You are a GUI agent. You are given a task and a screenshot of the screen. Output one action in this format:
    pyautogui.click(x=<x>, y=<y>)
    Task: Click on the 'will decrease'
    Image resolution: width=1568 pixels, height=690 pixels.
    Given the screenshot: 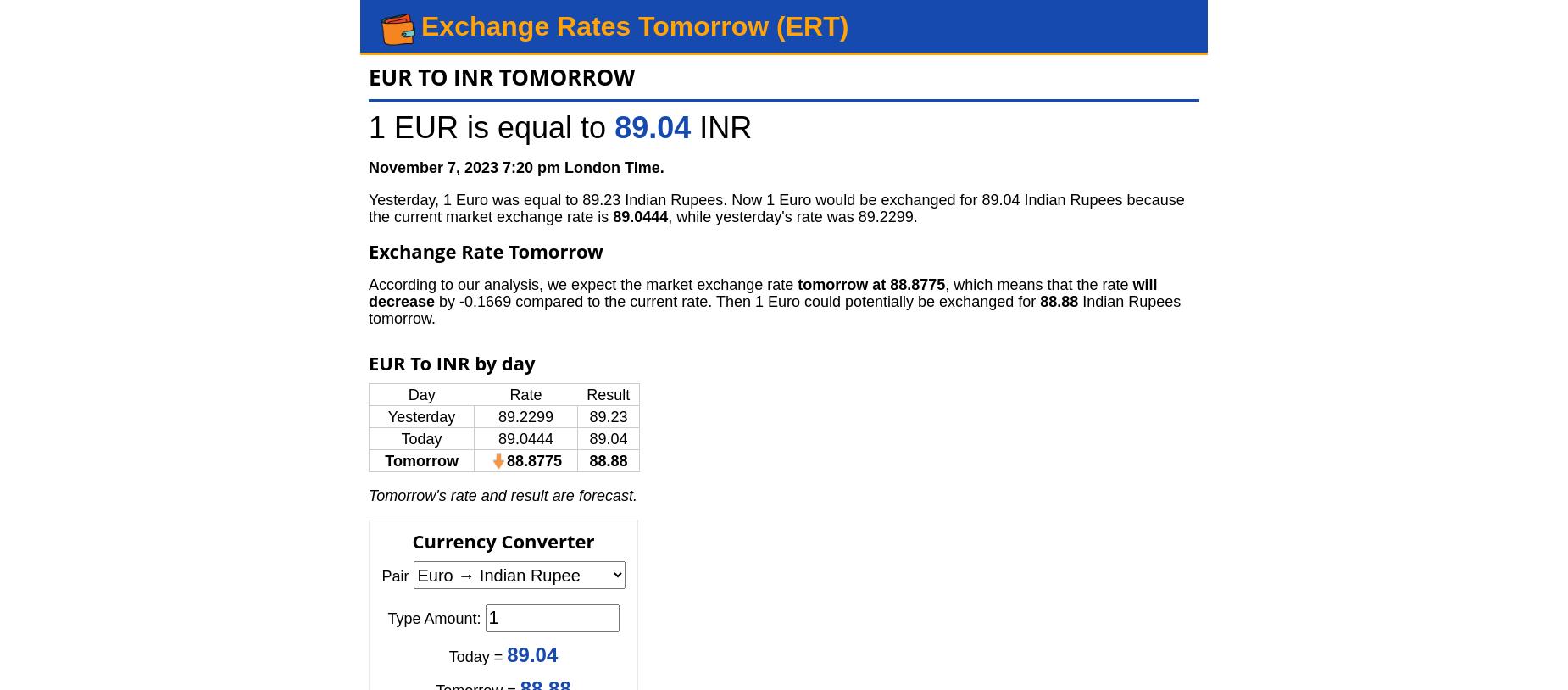 What is the action you would take?
    pyautogui.click(x=367, y=293)
    